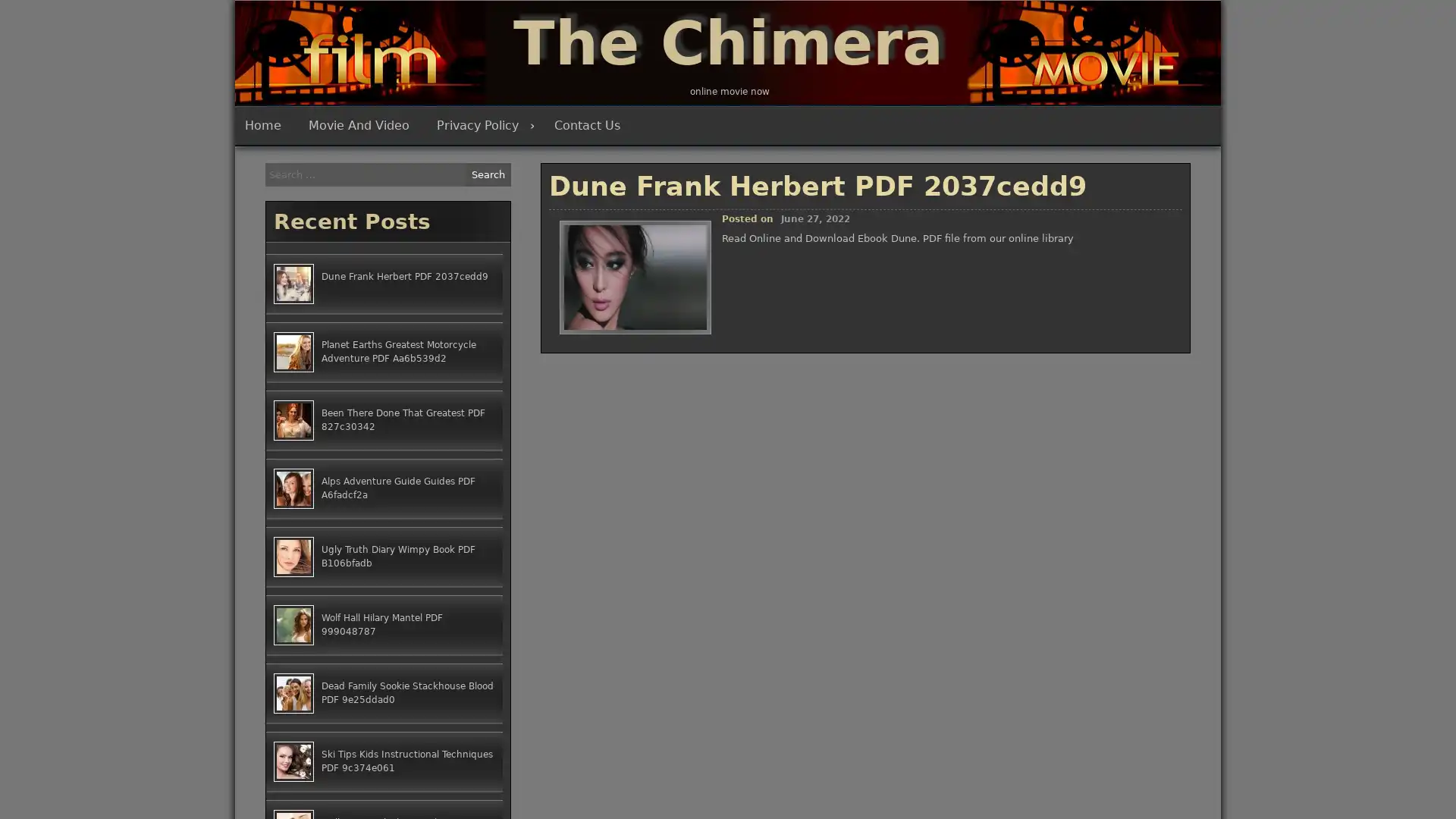 Image resolution: width=1456 pixels, height=819 pixels. What do you see at coordinates (488, 174) in the screenshot?
I see `Search` at bounding box center [488, 174].